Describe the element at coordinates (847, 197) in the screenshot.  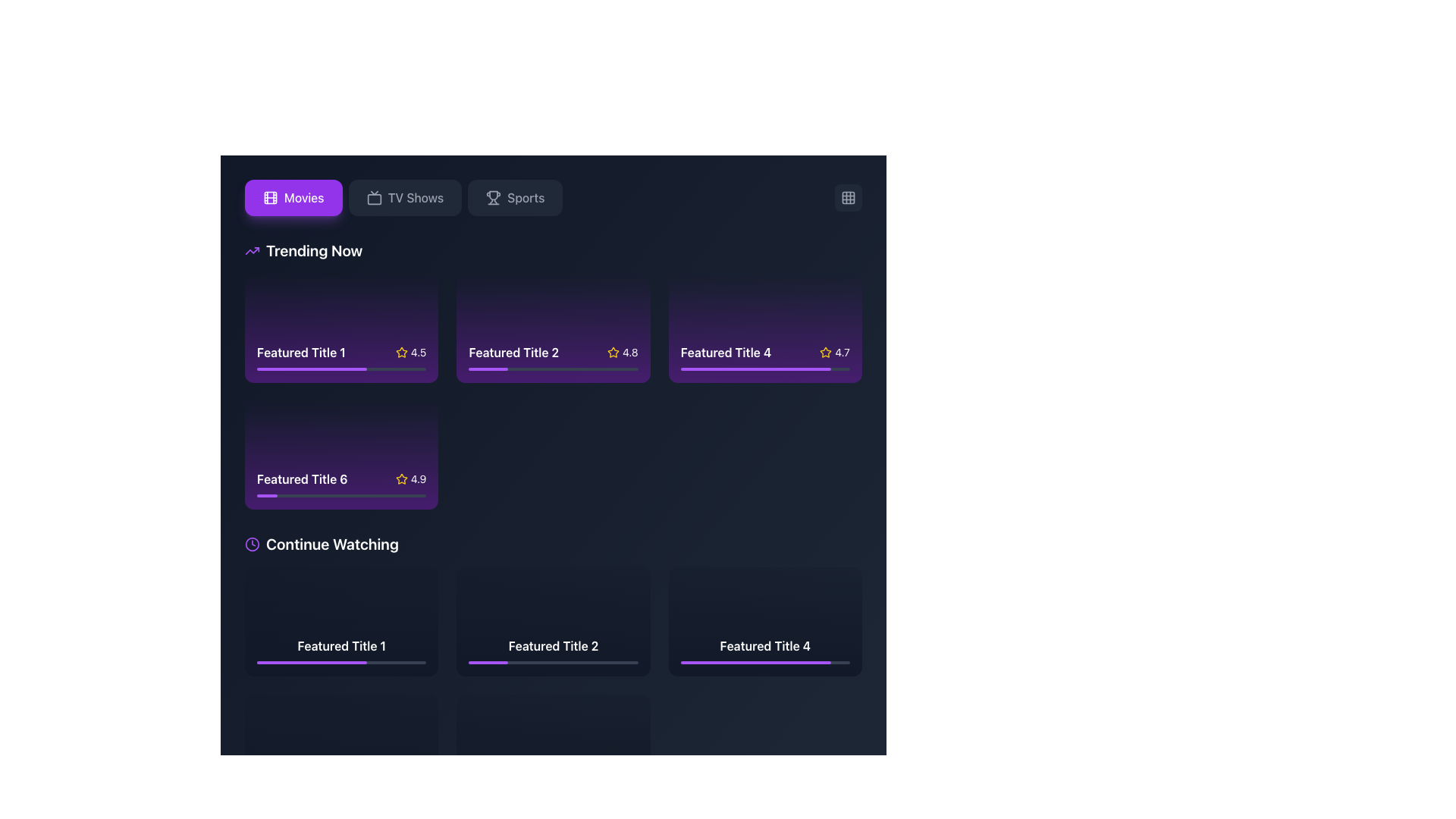
I see `the central square icon in the 3x3 grid layout, which is styled with a grayish fill and rounded corners` at that location.